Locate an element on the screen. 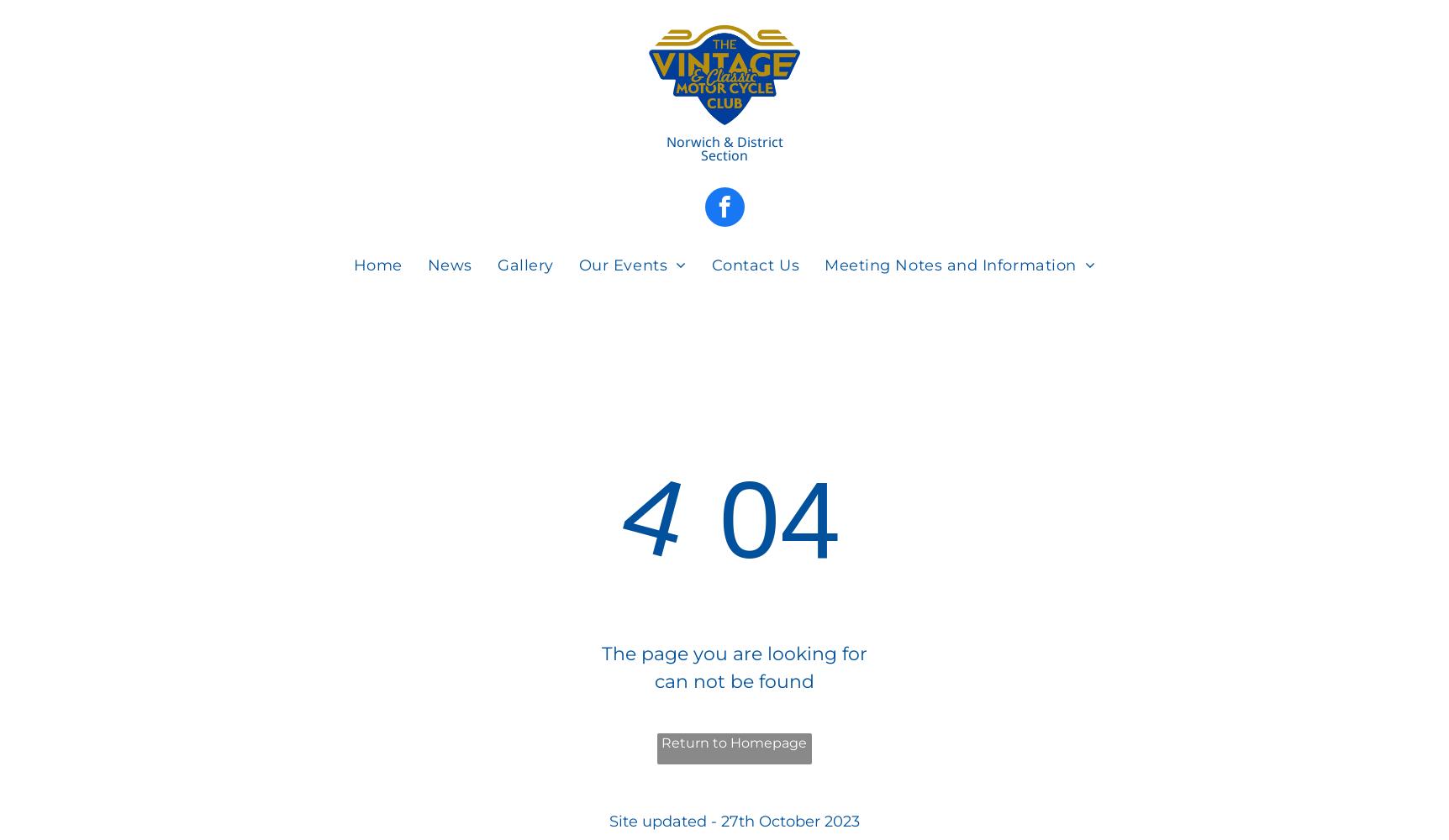  'Site updated - 27th October 2023' is located at coordinates (609, 821).